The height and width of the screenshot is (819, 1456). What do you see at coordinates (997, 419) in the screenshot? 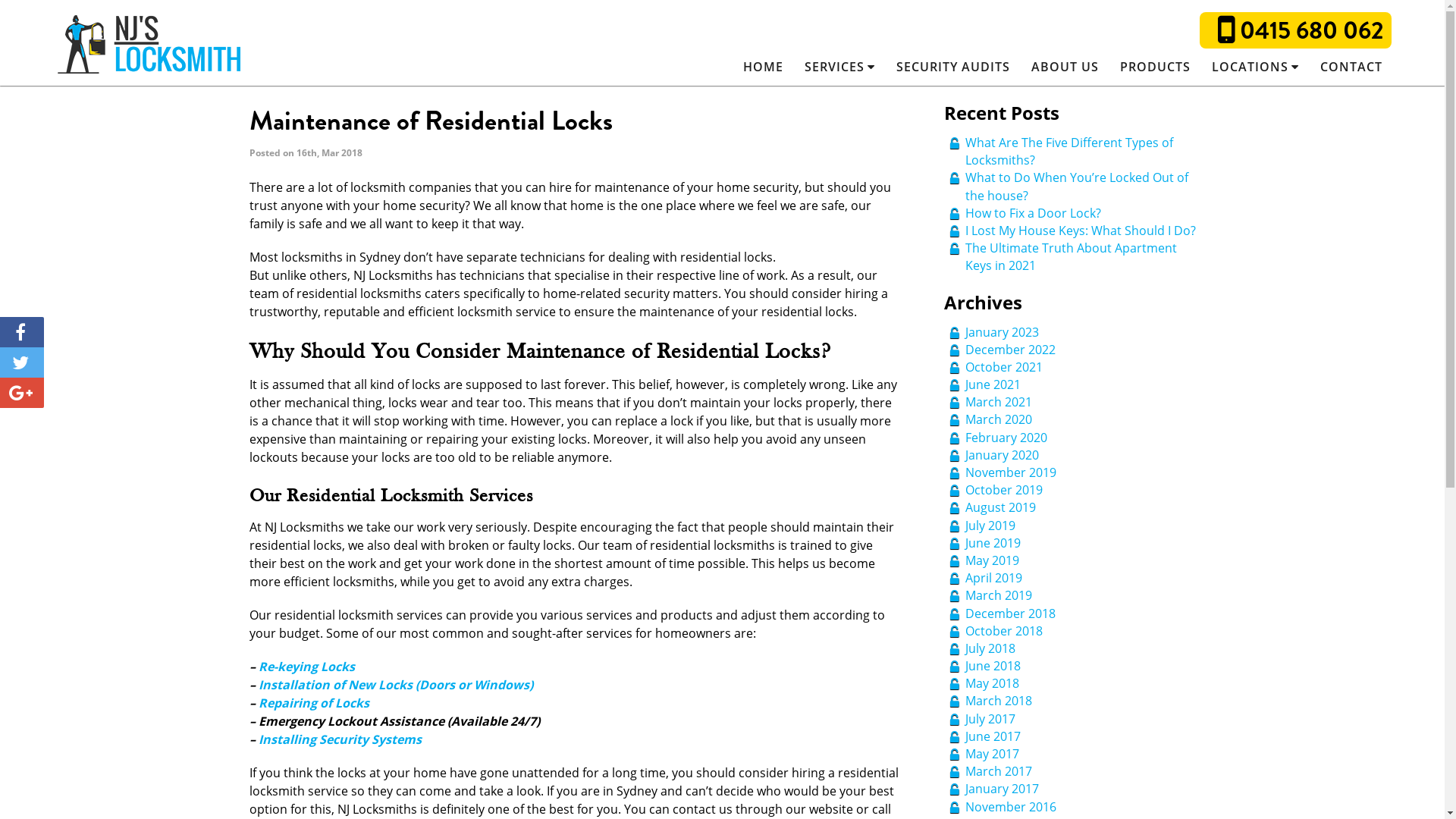
I see `'March 2020'` at bounding box center [997, 419].